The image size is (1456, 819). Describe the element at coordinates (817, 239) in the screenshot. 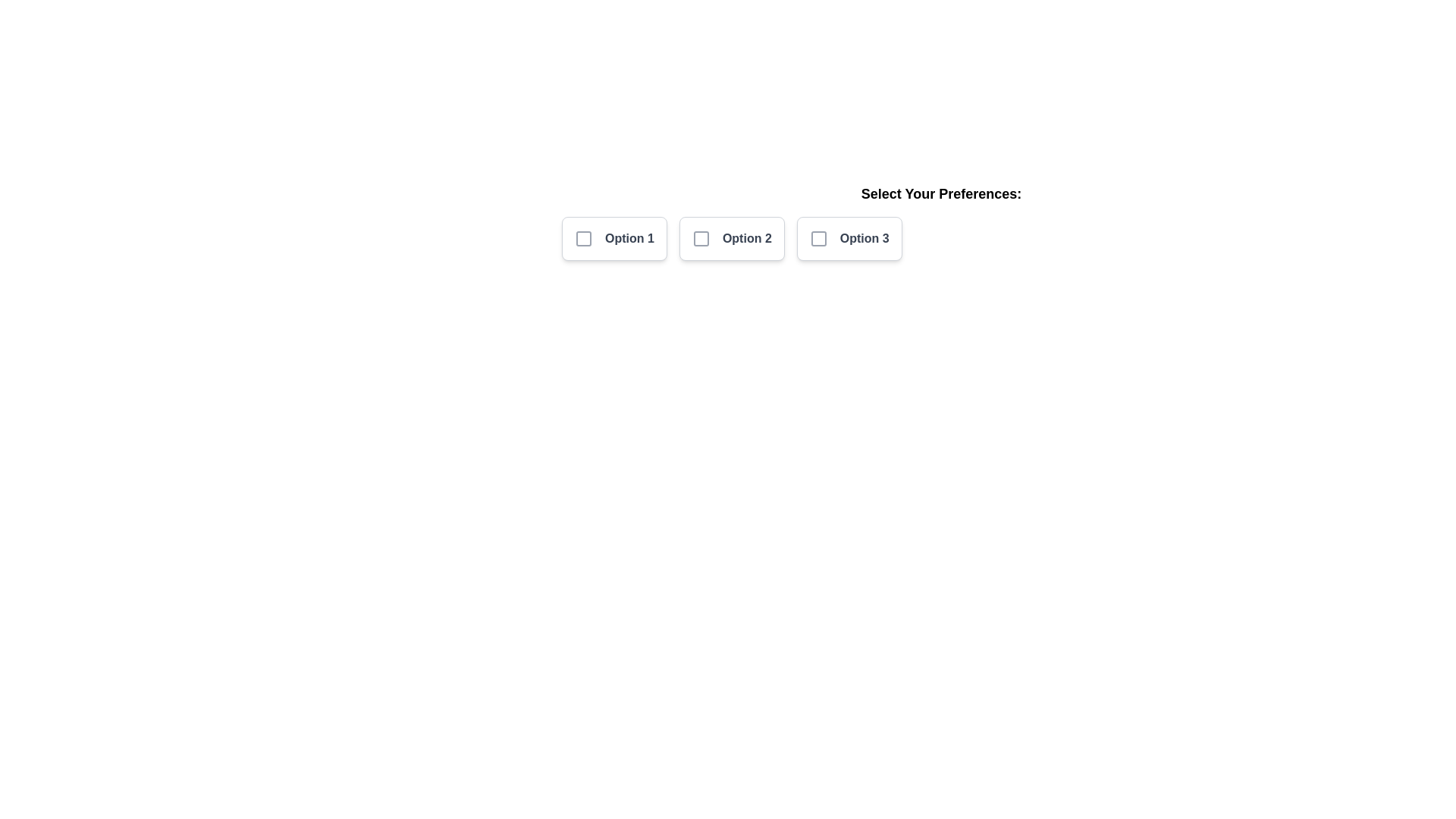

I see `the checkbox located to the left of the text 'Option 3' in the third option group` at that location.